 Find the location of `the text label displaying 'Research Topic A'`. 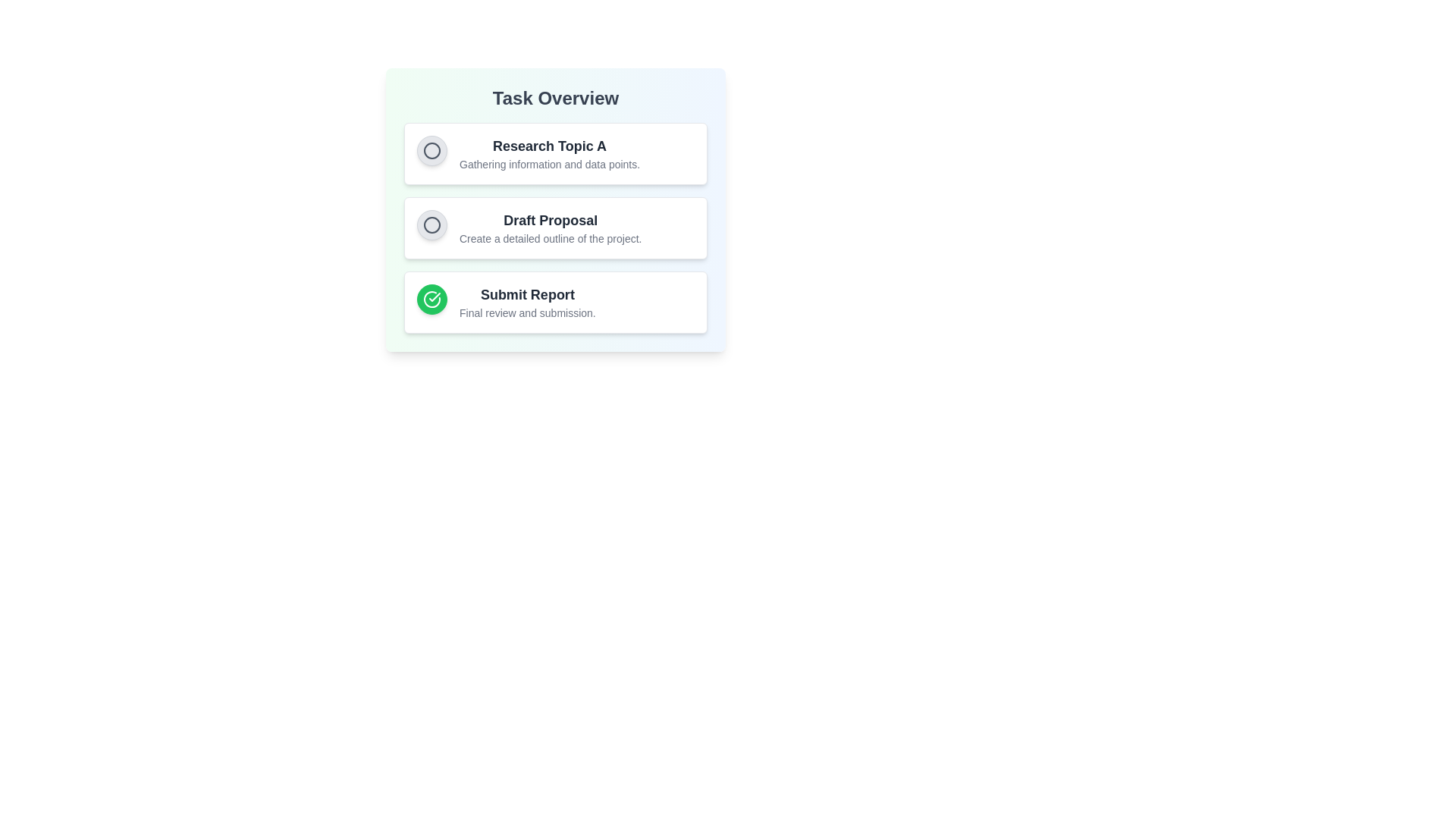

the text label displaying 'Research Topic A' is located at coordinates (548, 146).